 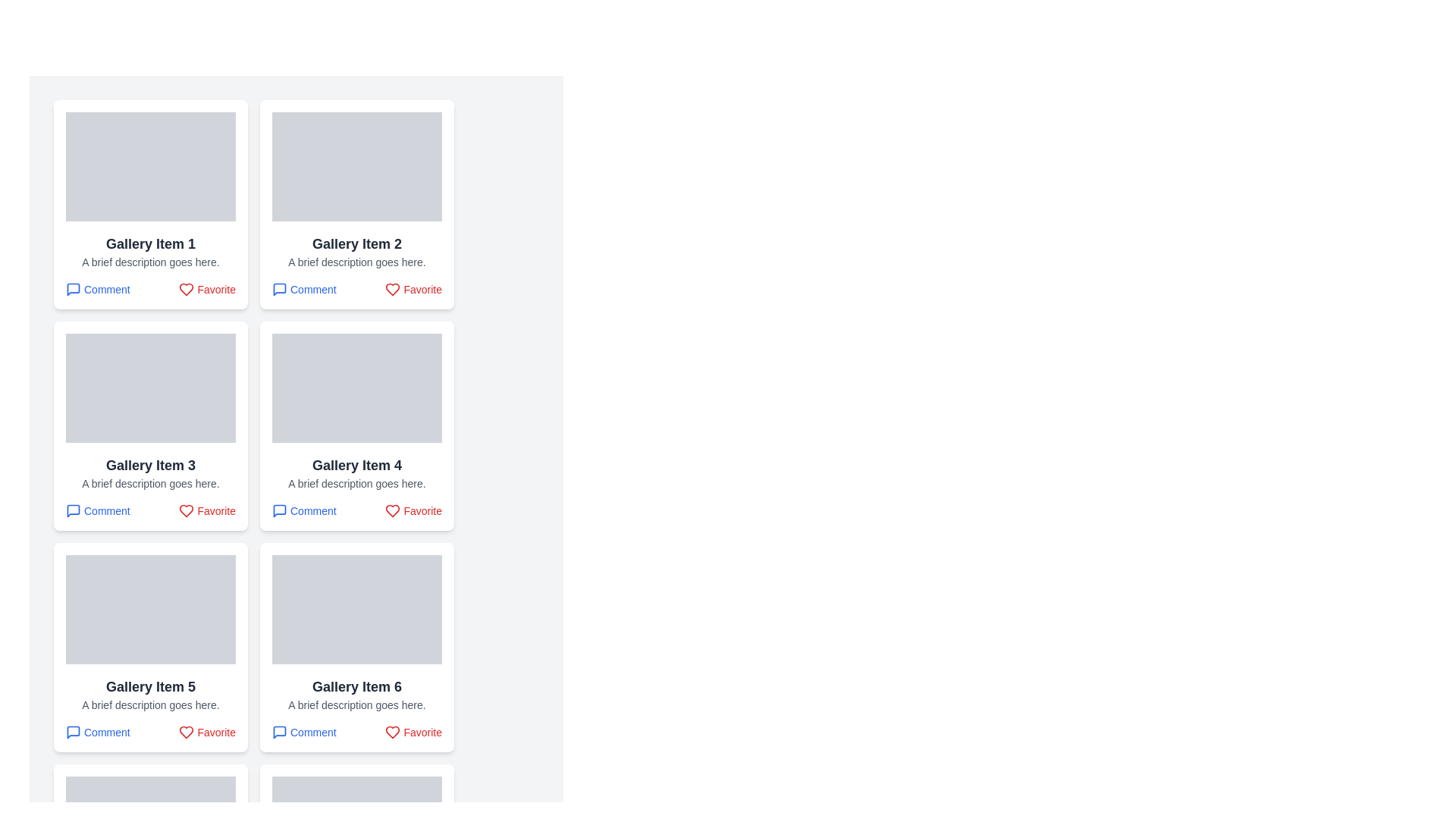 I want to click on the 'Comment' link, which is styled in blue and located on the left side of the combination of hyperlink elements within the 'Gallery Item 2' card, so click(x=356, y=289).